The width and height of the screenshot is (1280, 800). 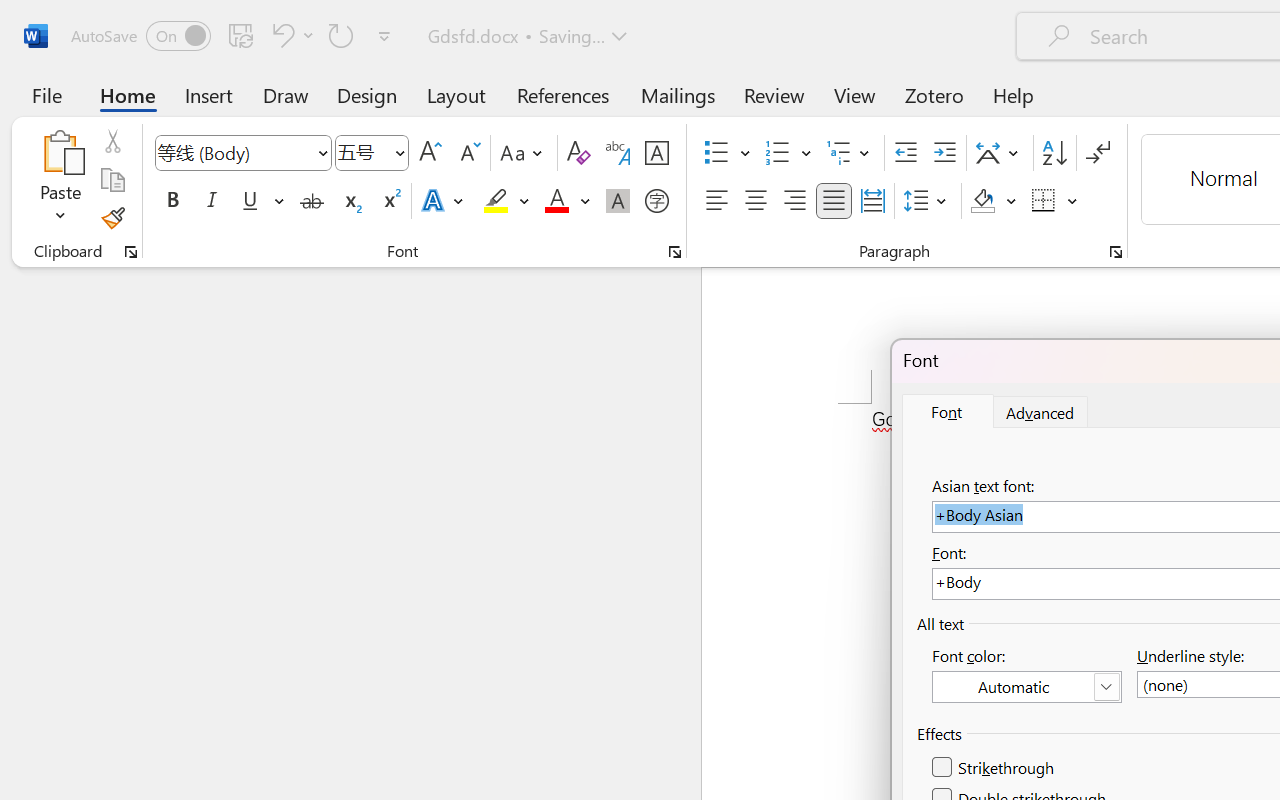 I want to click on 'Shrink Font', so click(x=467, y=153).